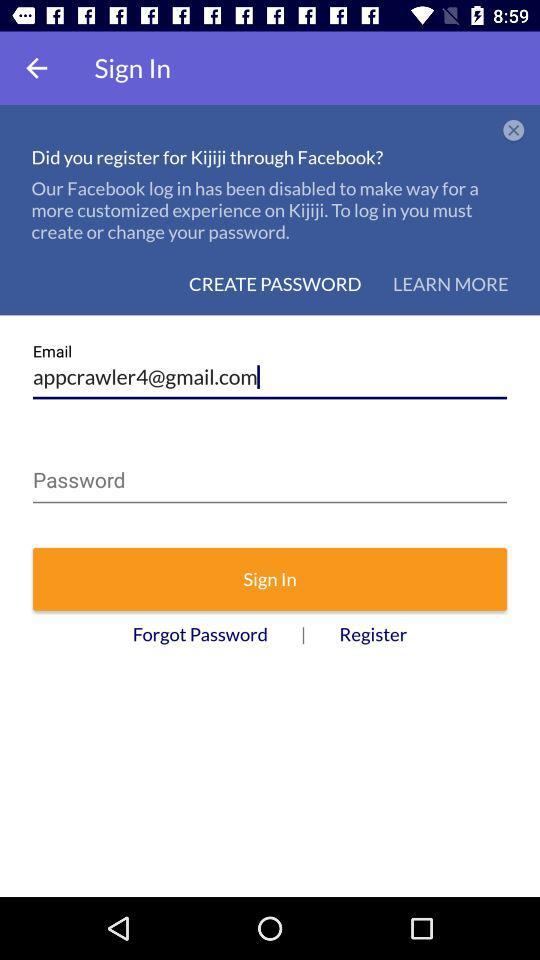 The width and height of the screenshot is (540, 960). Describe the element at coordinates (200, 633) in the screenshot. I see `the forgot password` at that location.